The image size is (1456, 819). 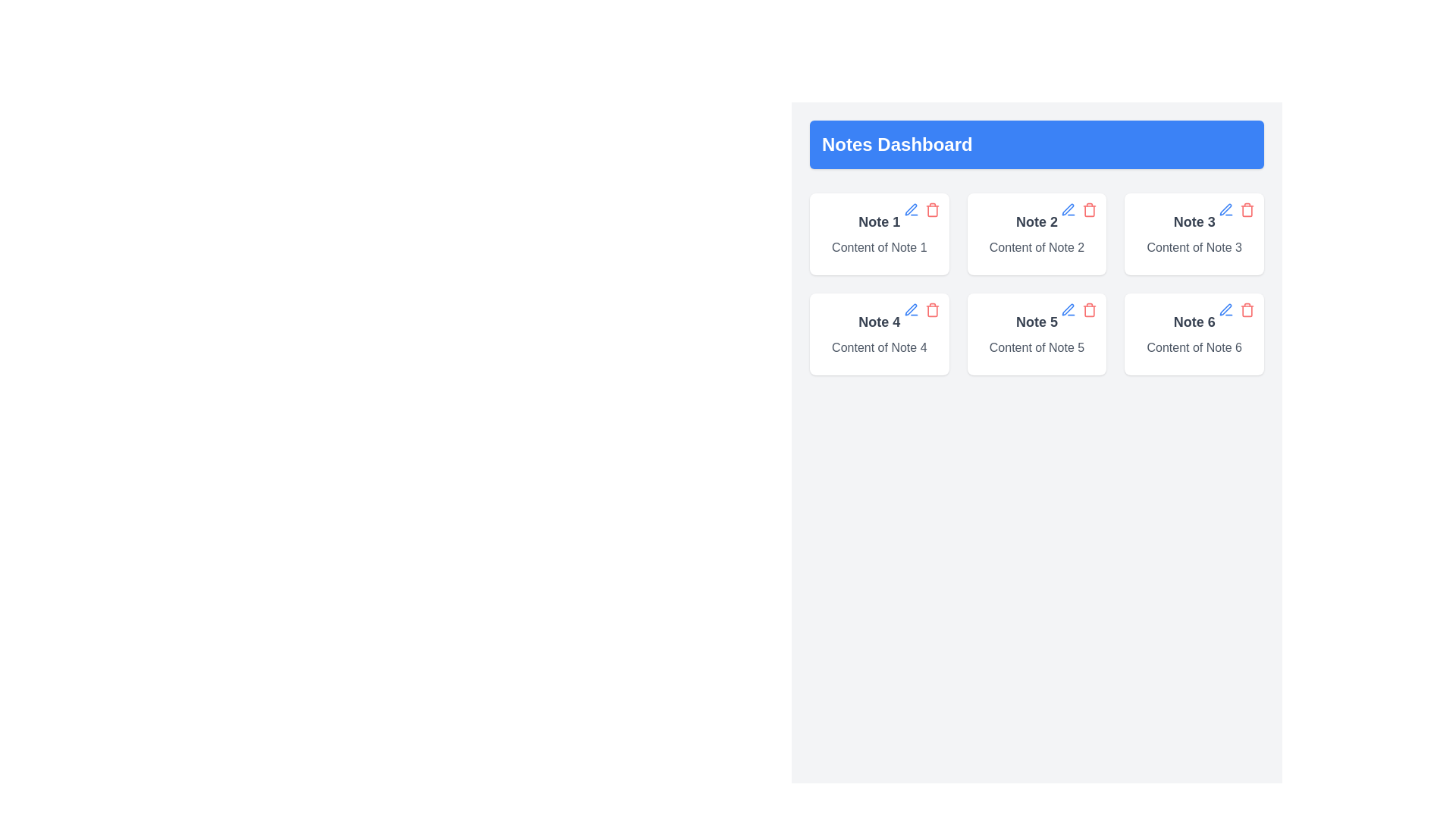 I want to click on the second card in the notes dashboard, so click(x=1036, y=234).